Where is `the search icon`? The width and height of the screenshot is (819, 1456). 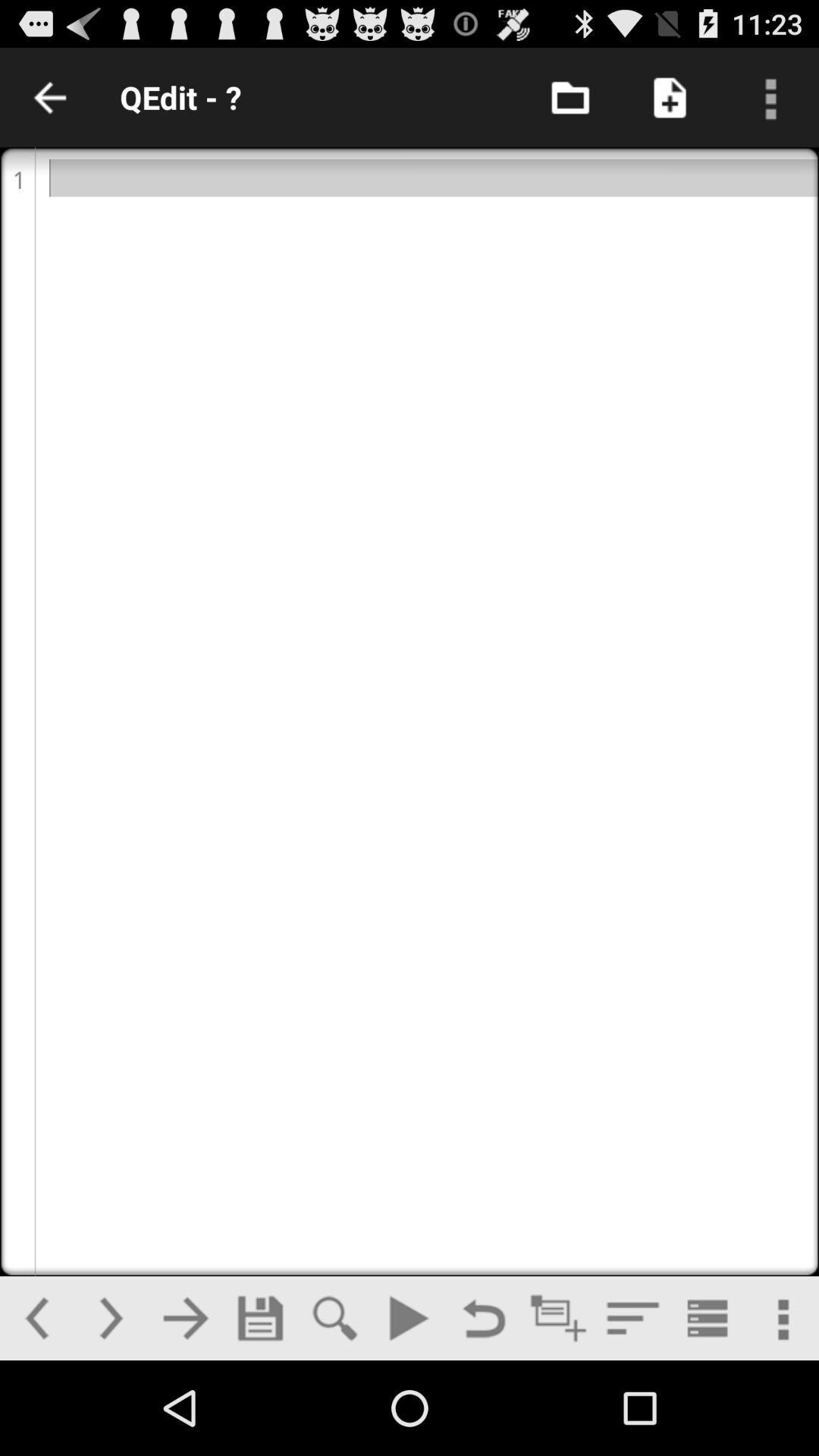 the search icon is located at coordinates (334, 1410).